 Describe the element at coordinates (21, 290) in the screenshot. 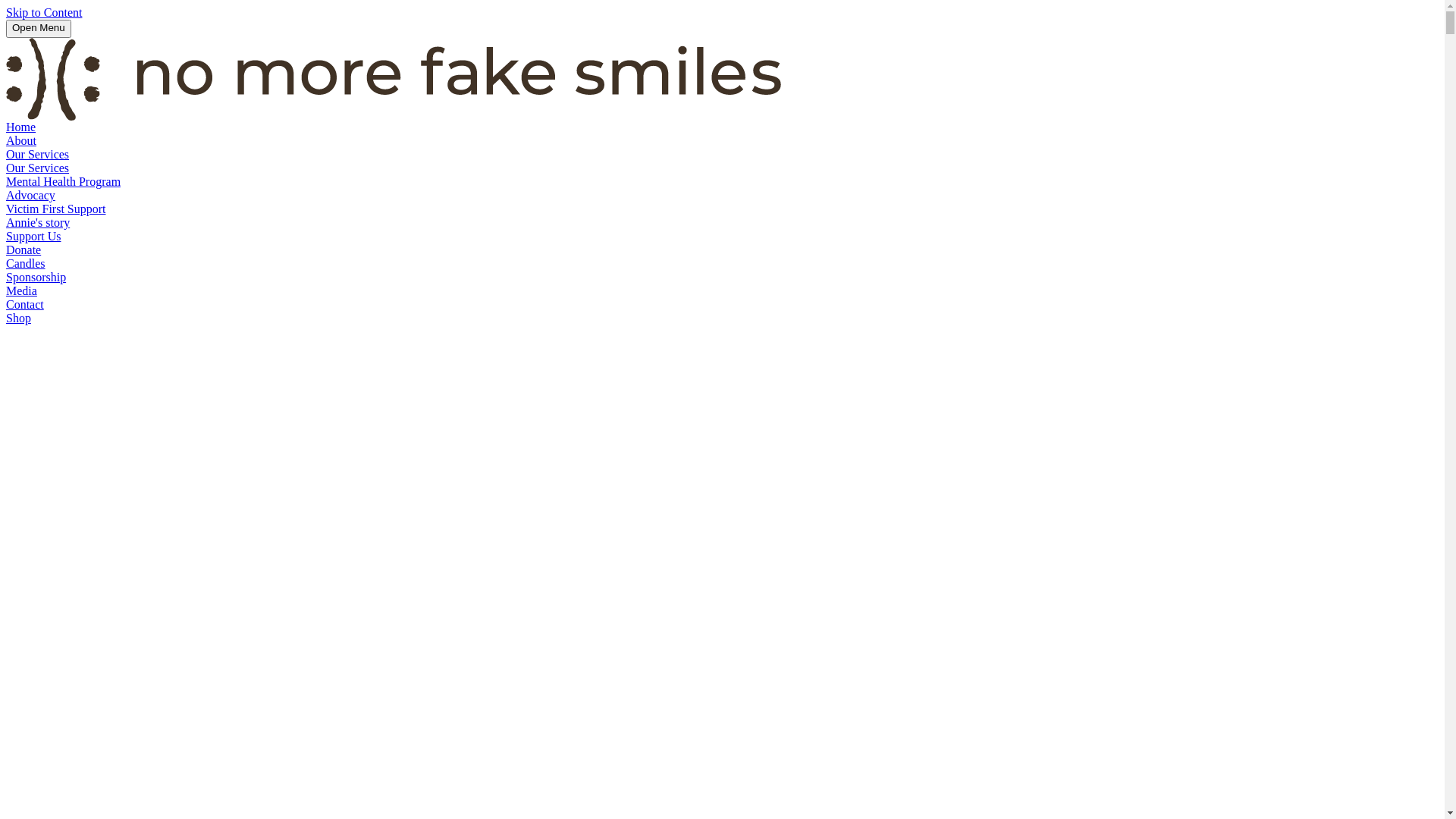

I see `'Media'` at that location.